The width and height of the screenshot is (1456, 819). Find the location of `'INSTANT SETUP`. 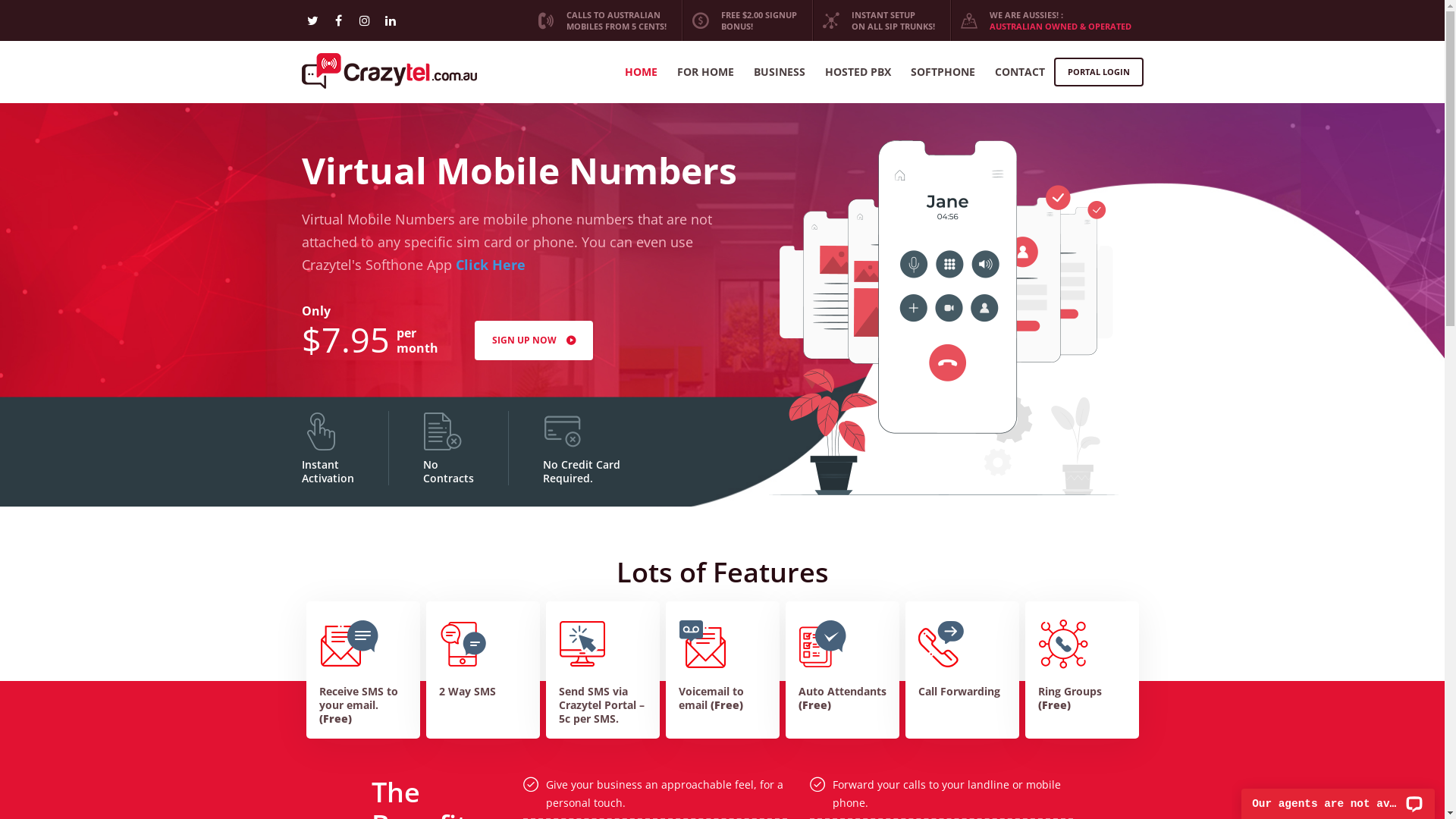

'INSTANT SETUP is located at coordinates (878, 20).